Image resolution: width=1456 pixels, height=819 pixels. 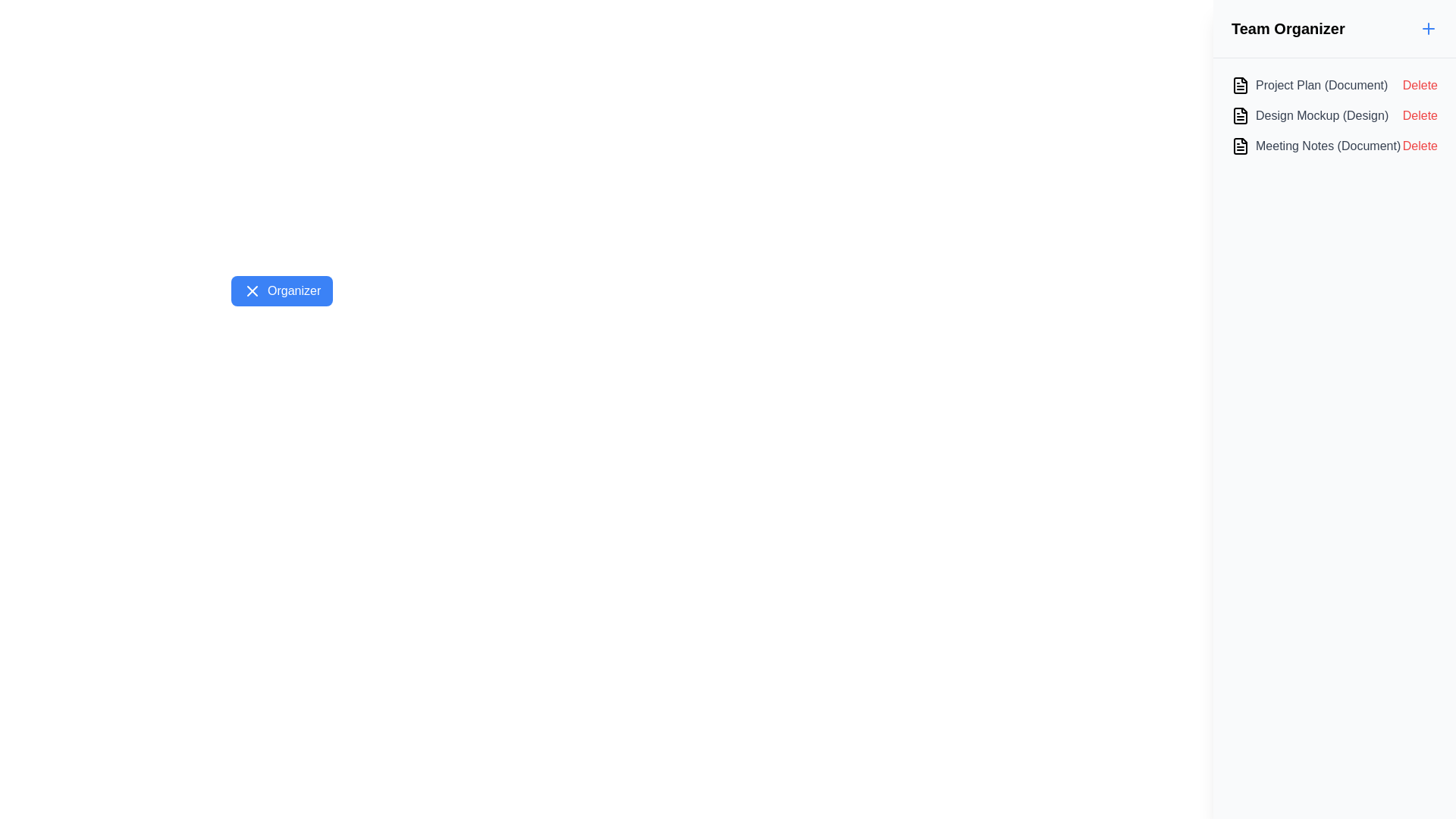 What do you see at coordinates (252, 291) in the screenshot?
I see `the cross-shaped close icon located on the left side of the 'Organizer' button` at bounding box center [252, 291].